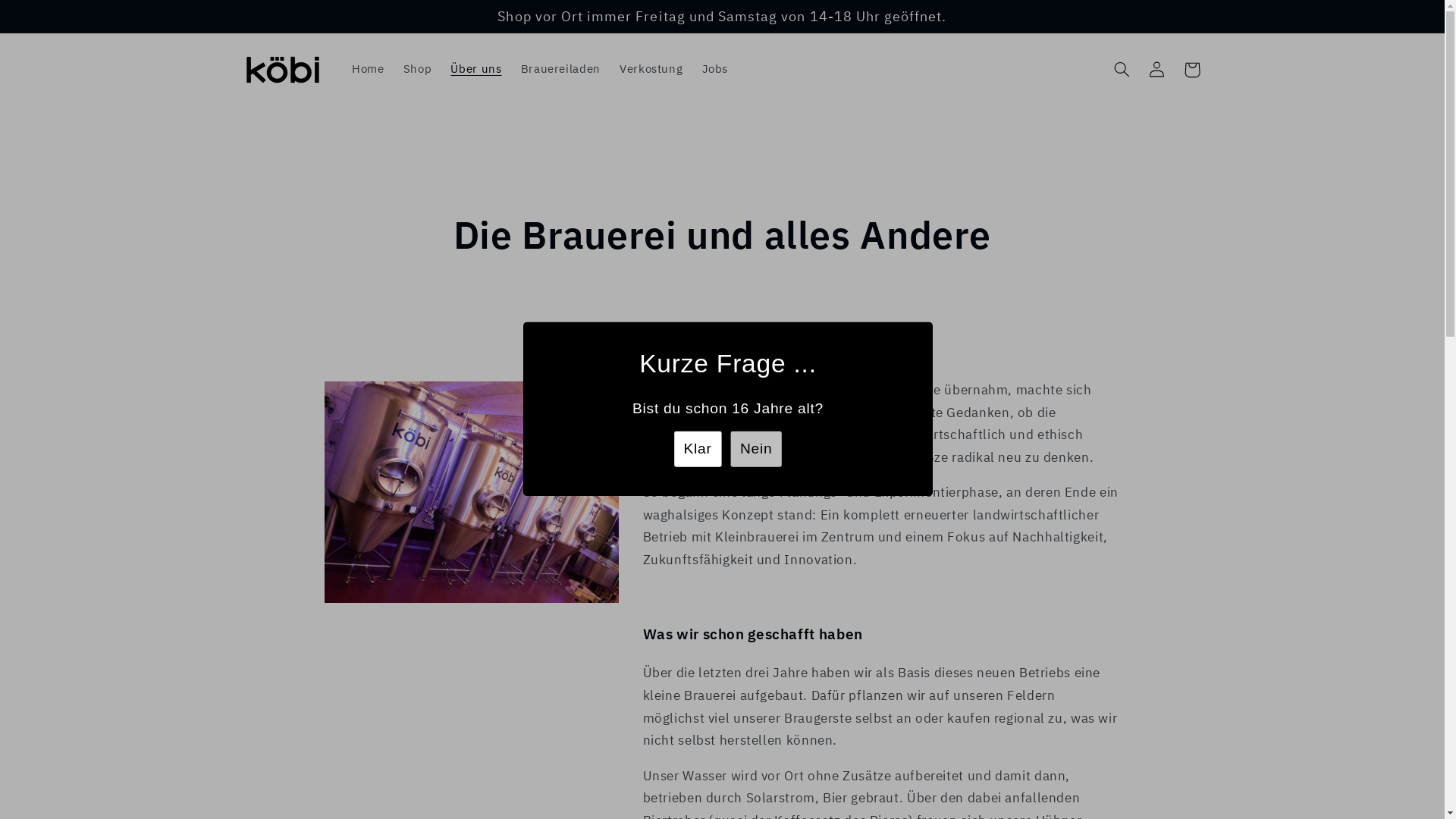  I want to click on 'Warenkorb', so click(1174, 70).